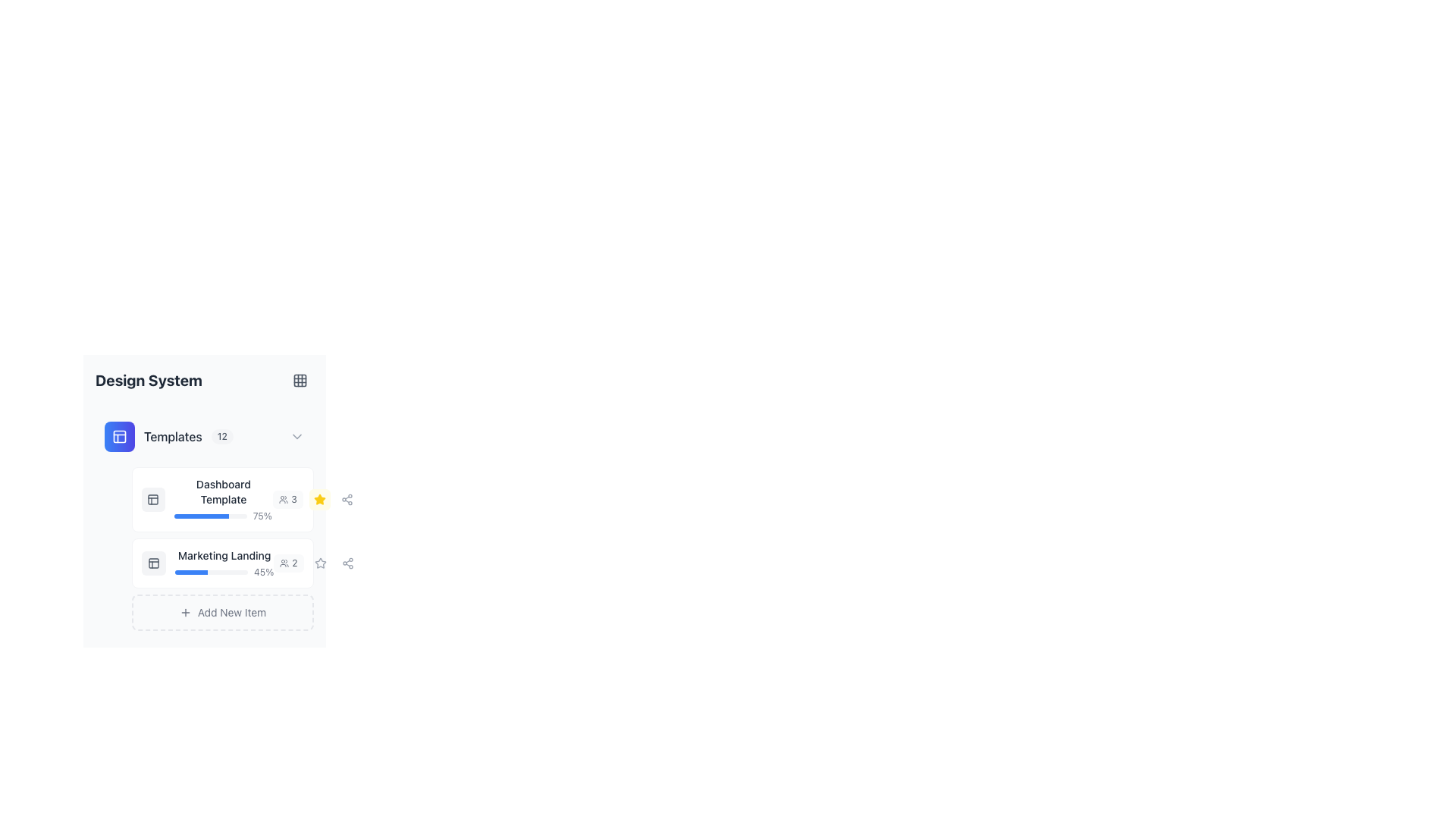 The width and height of the screenshot is (1456, 819). What do you see at coordinates (203, 520) in the screenshot?
I see `the progress value of the progress bar indicating a 75% completion rate for 'Dashboard Template', located under the 'Templates' section` at bounding box center [203, 520].